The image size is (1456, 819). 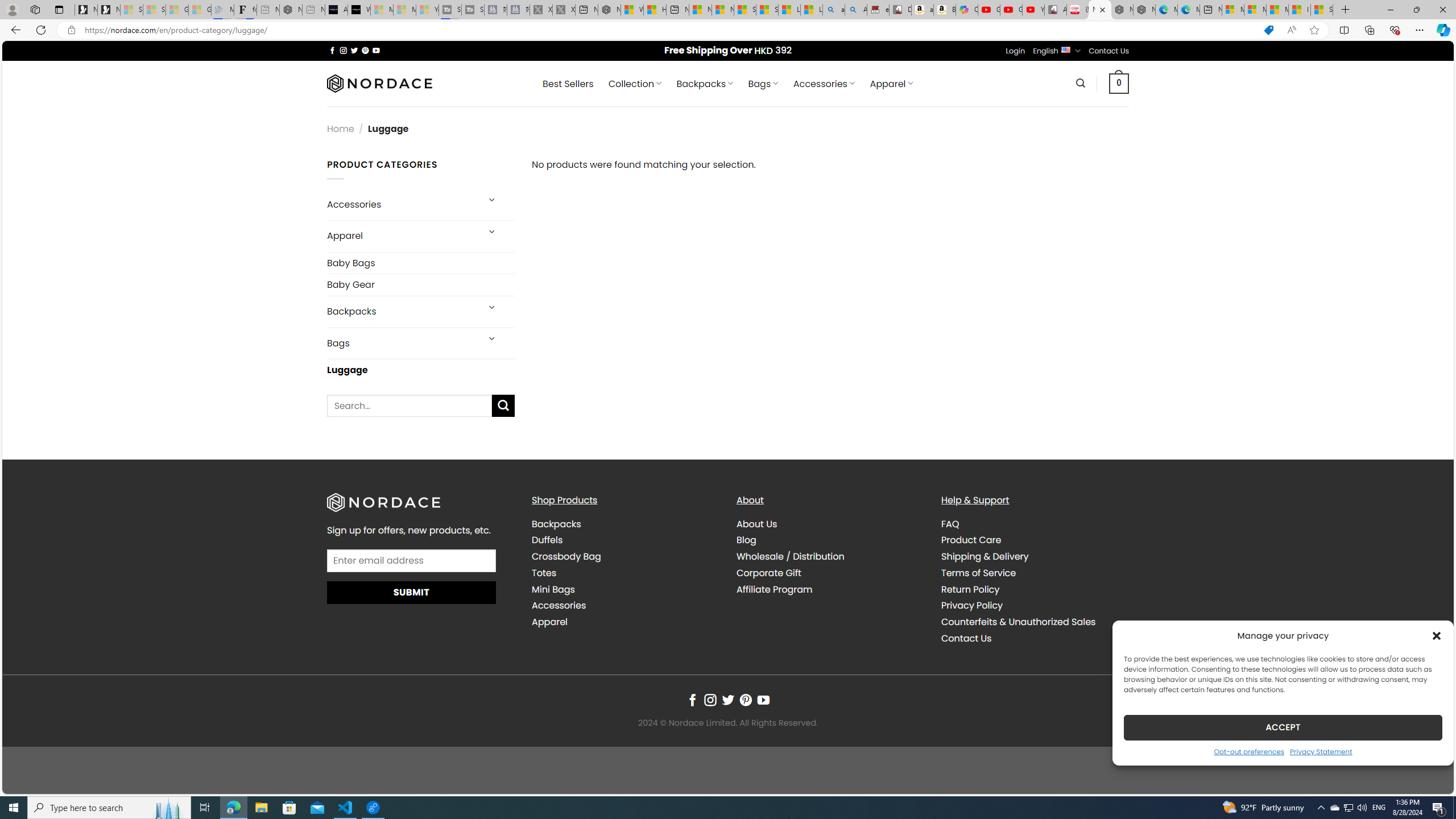 I want to click on 'Blog', so click(x=746, y=540).